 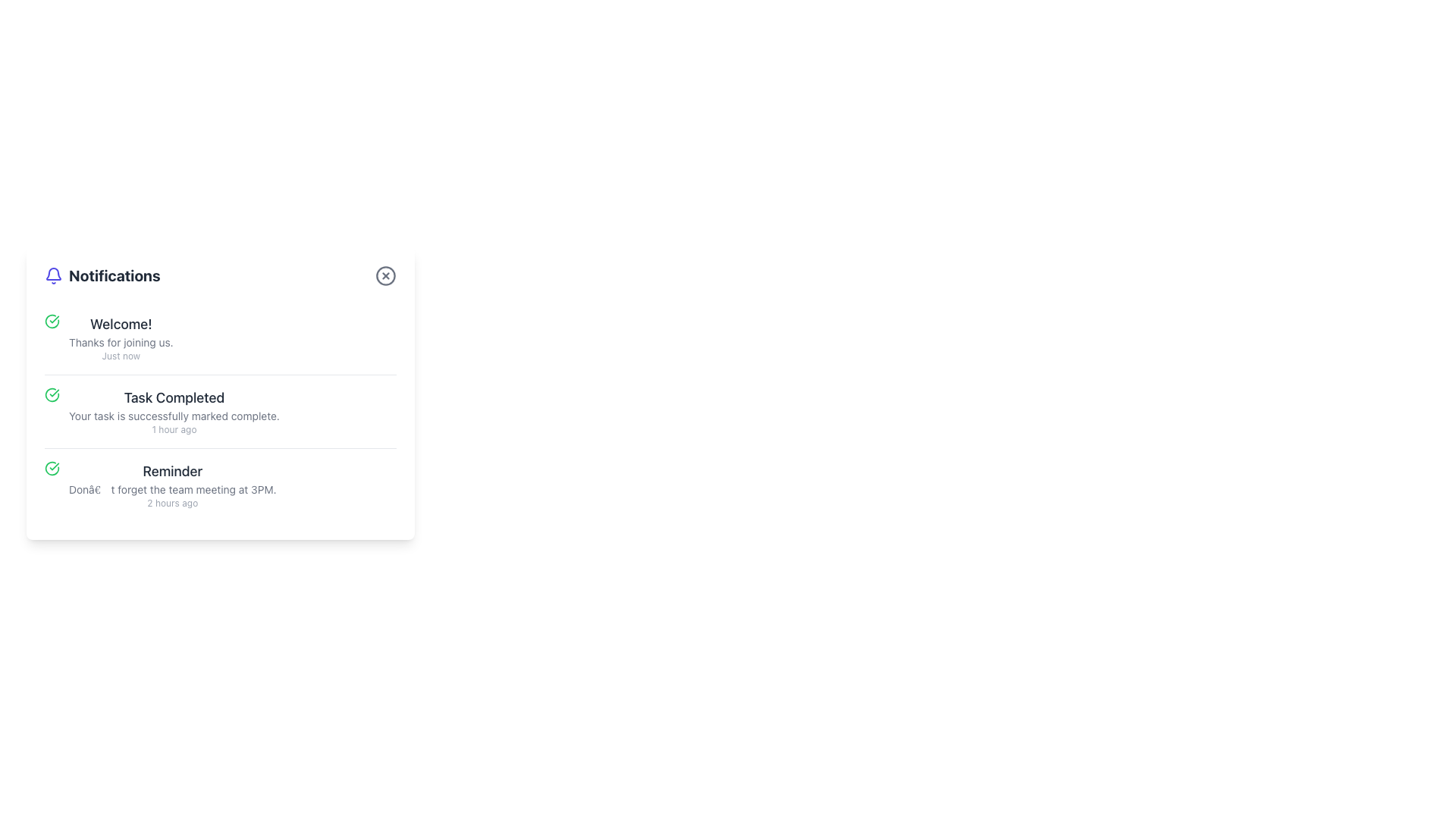 I want to click on the second notification item in the list, which informs the user about the successful completion of a task, so click(x=174, y=412).